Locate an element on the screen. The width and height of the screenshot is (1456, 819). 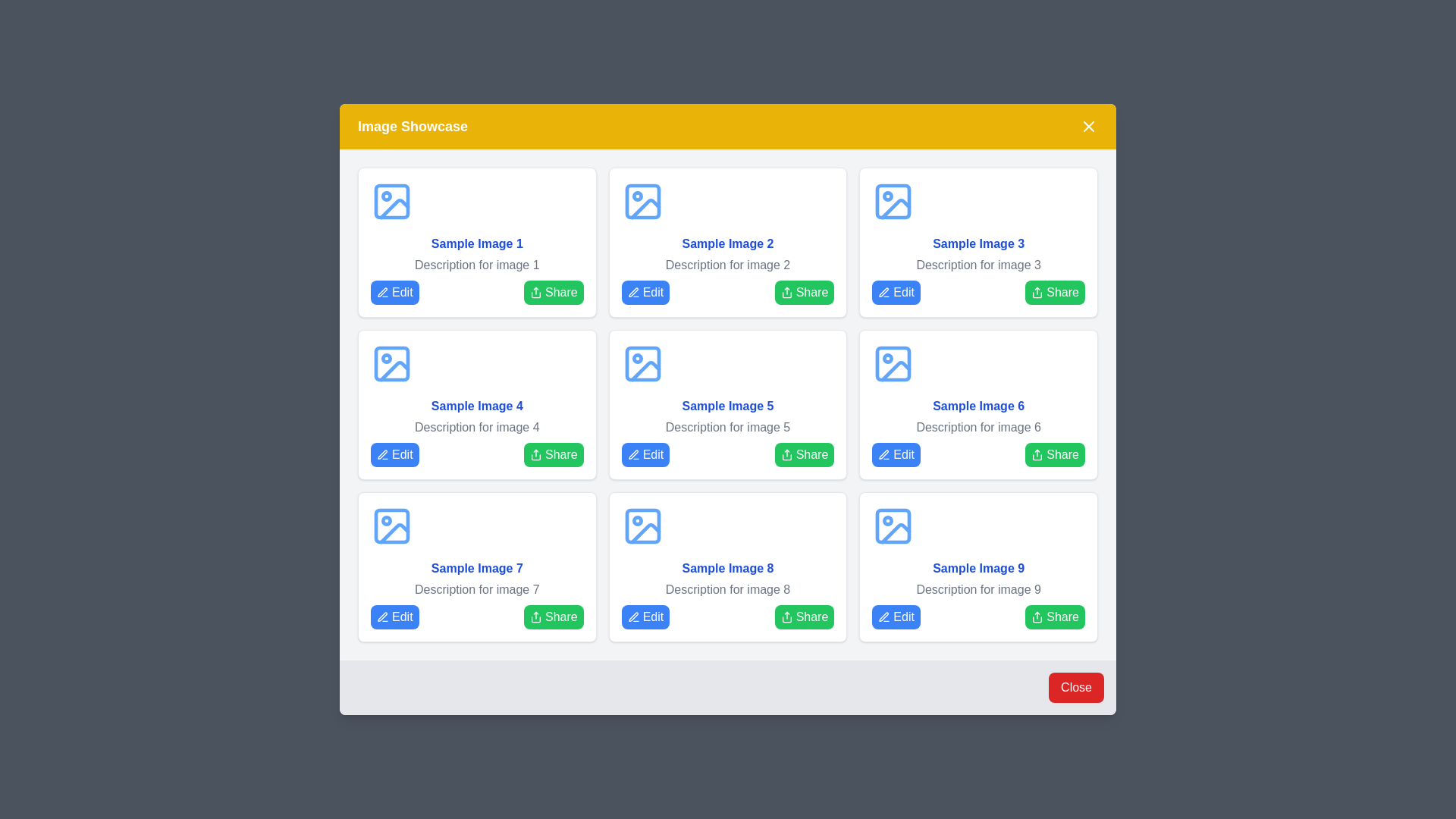
the 'Close' button to close the dialog is located at coordinates (1075, 687).